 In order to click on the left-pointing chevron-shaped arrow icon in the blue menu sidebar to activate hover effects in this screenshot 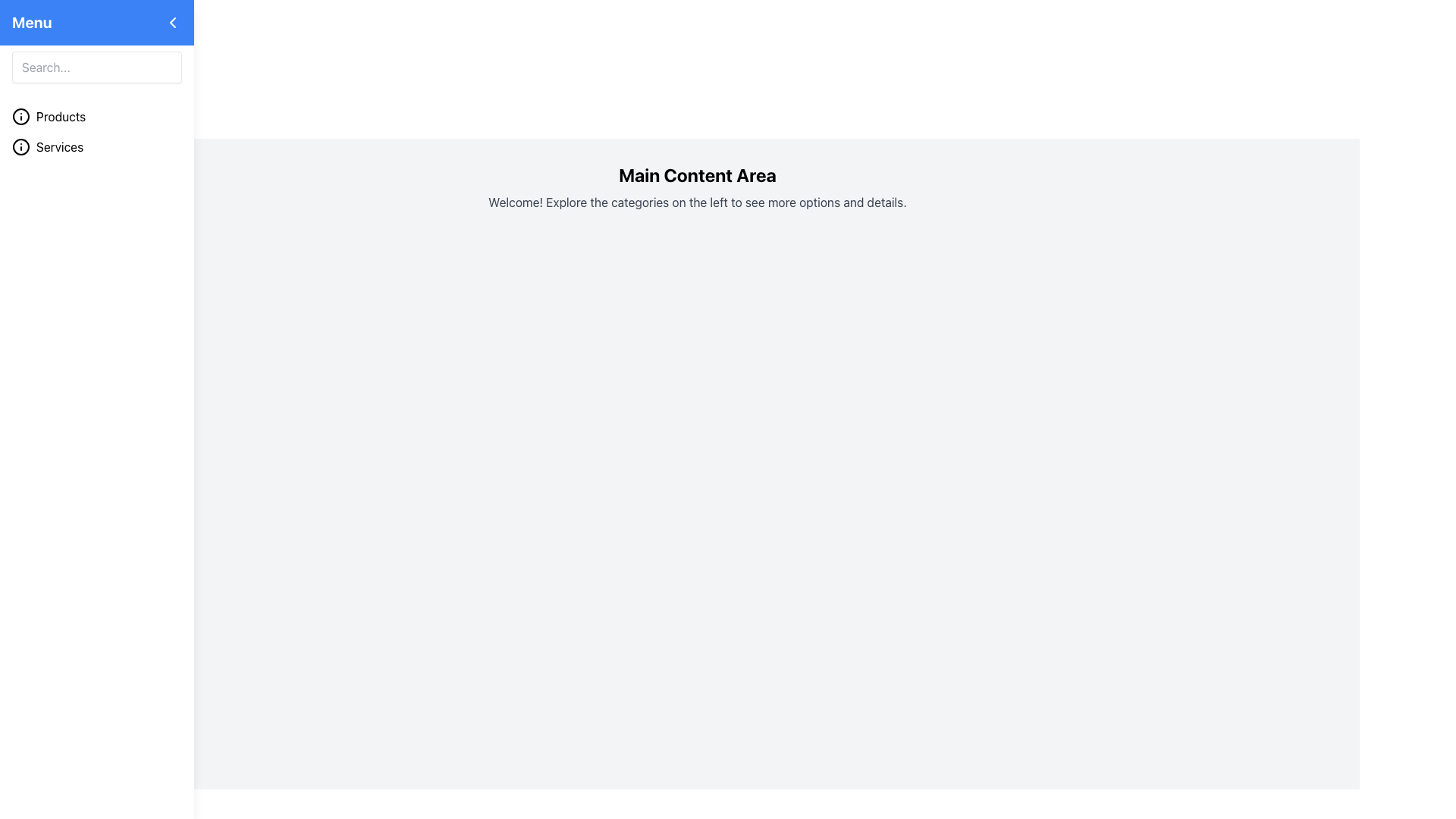, I will do `click(44, 148)`.